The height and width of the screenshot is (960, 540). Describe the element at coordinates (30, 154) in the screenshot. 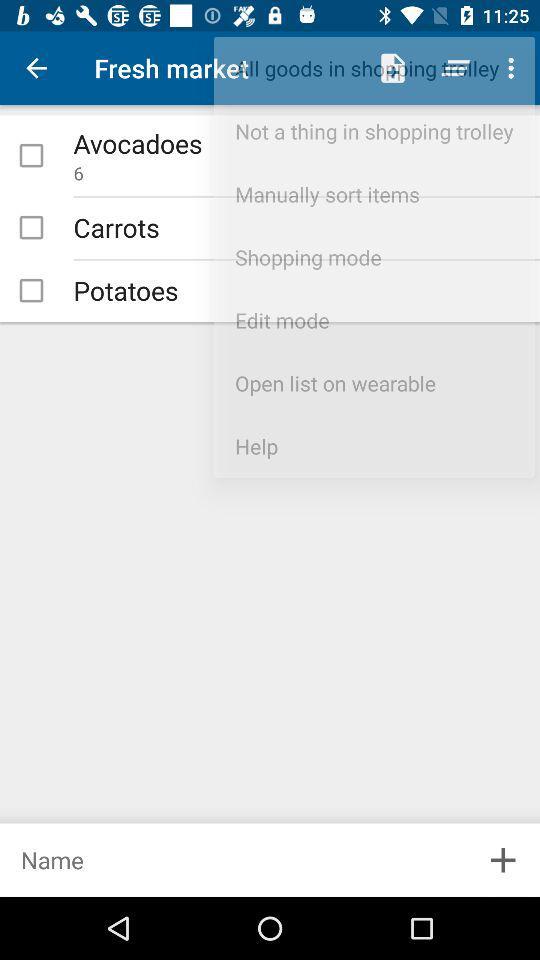

I see `button` at that location.